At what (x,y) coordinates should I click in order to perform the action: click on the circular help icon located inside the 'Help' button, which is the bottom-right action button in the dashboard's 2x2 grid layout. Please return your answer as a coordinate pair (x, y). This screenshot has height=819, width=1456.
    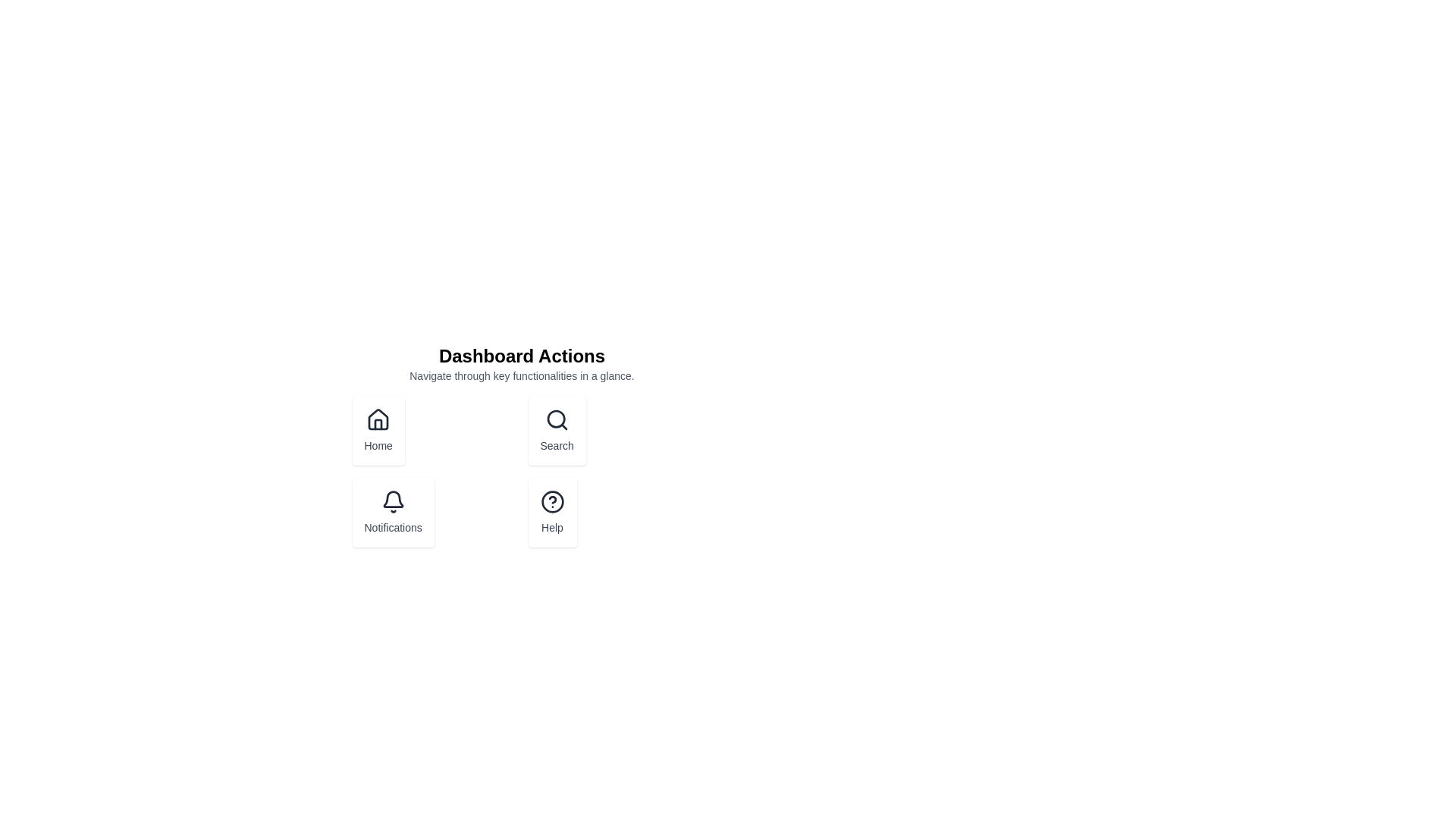
    Looking at the image, I should click on (551, 502).